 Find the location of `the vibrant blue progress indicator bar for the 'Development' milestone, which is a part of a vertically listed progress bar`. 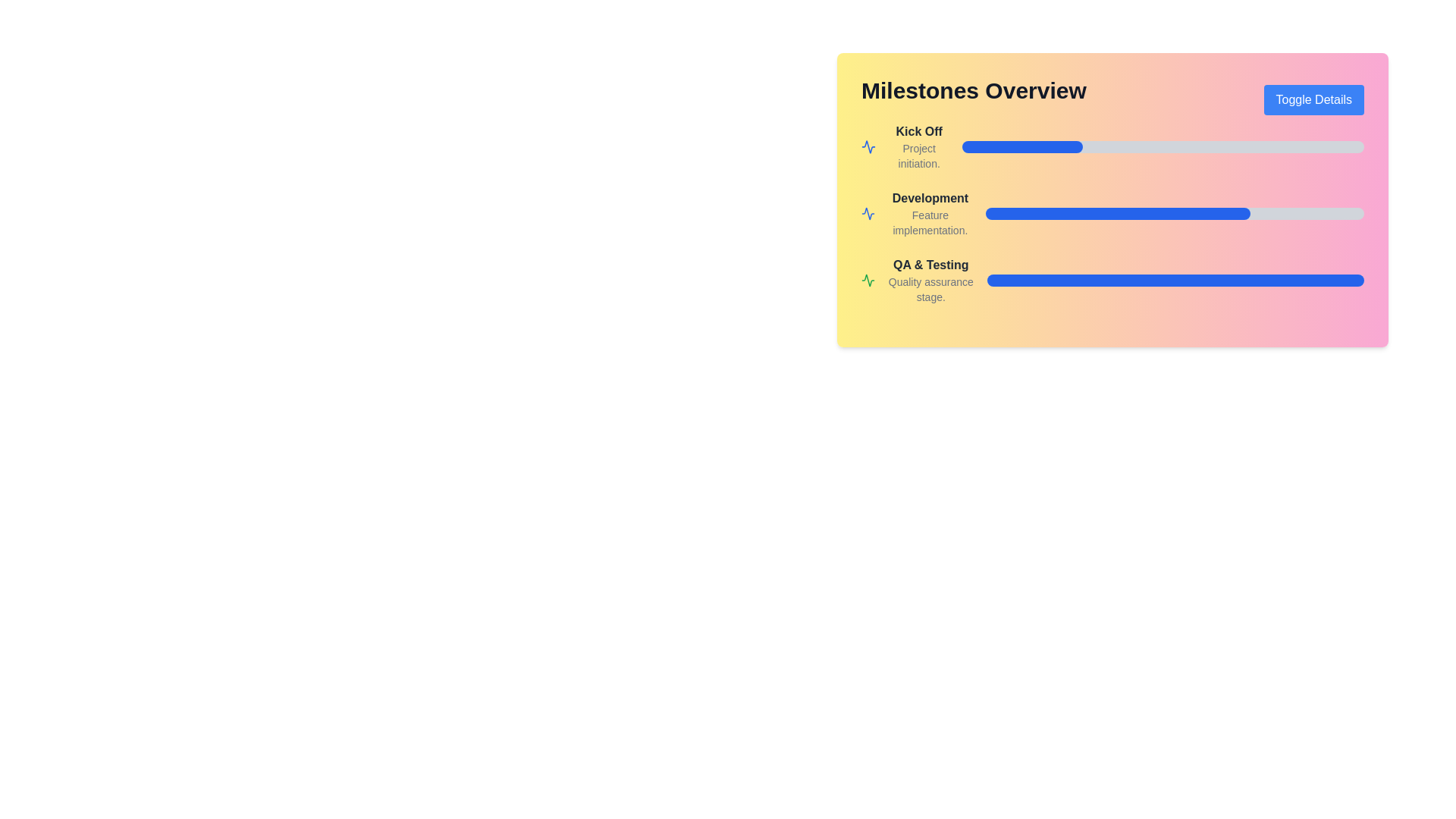

the vibrant blue progress indicator bar for the 'Development' milestone, which is a part of a vertically listed progress bar is located at coordinates (1118, 213).